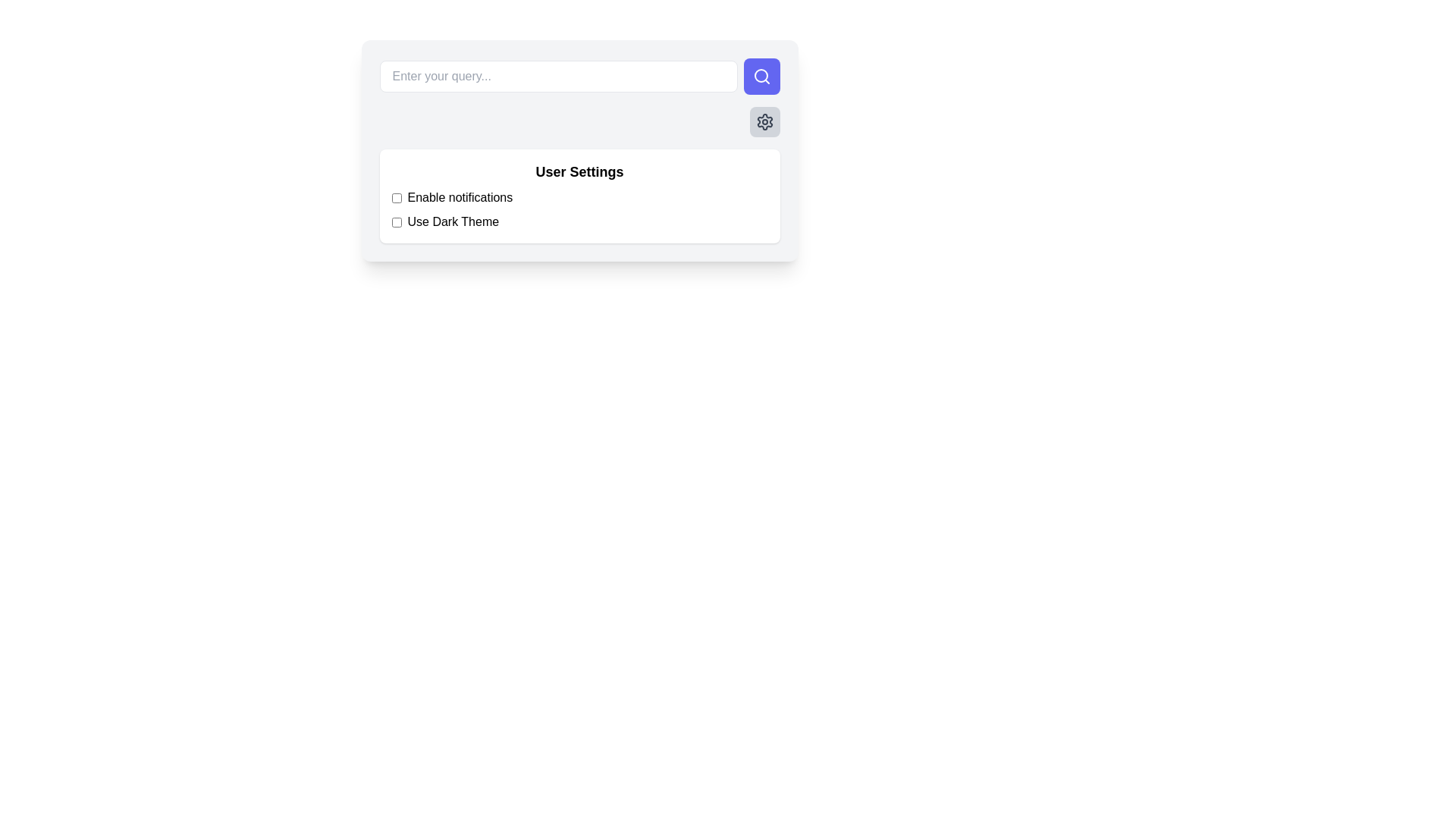 This screenshot has width=1456, height=819. Describe the element at coordinates (397, 197) in the screenshot. I see `the checkbox next to 'Enable notifications'` at that location.